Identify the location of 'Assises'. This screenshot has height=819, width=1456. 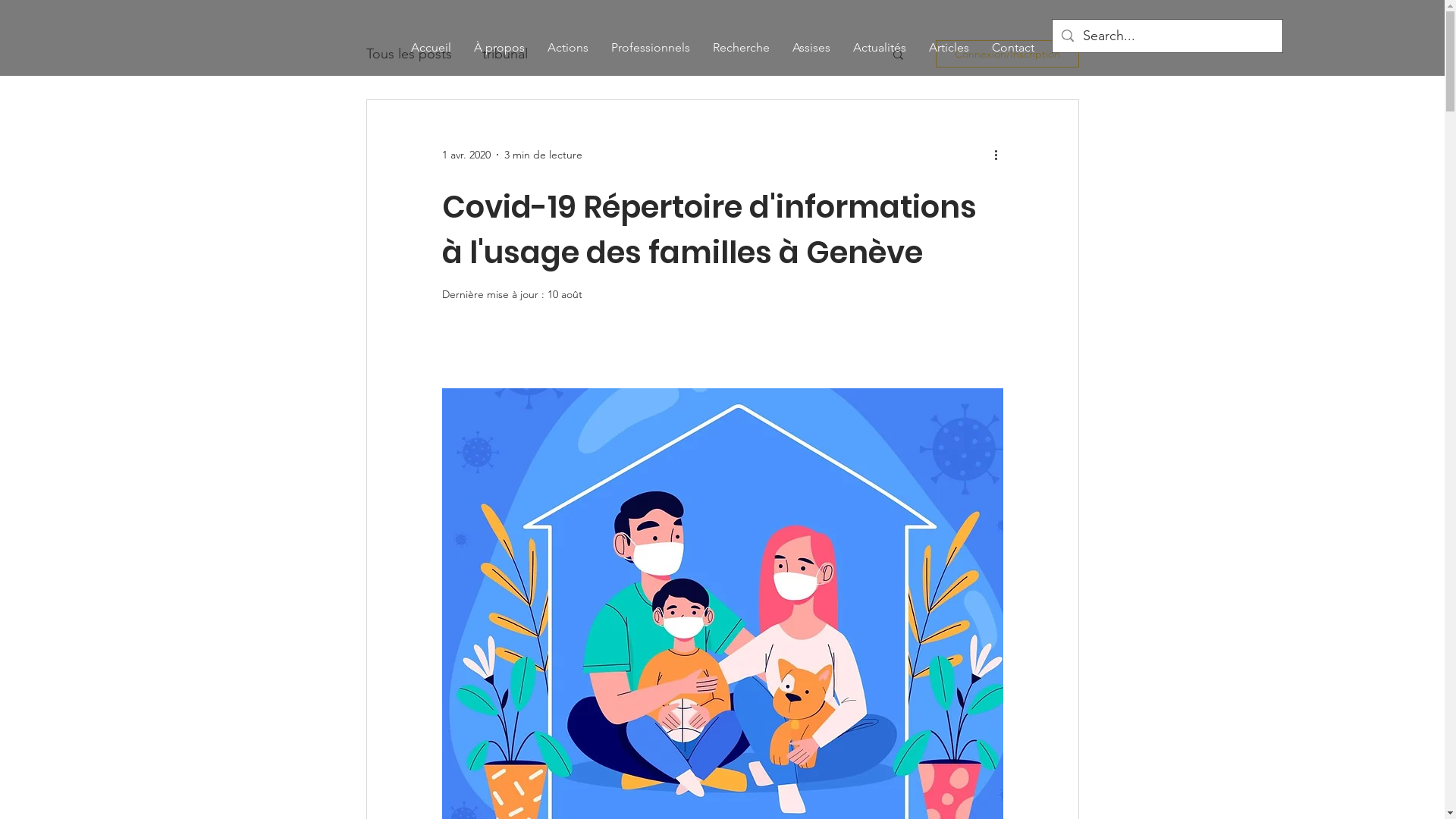
(811, 46).